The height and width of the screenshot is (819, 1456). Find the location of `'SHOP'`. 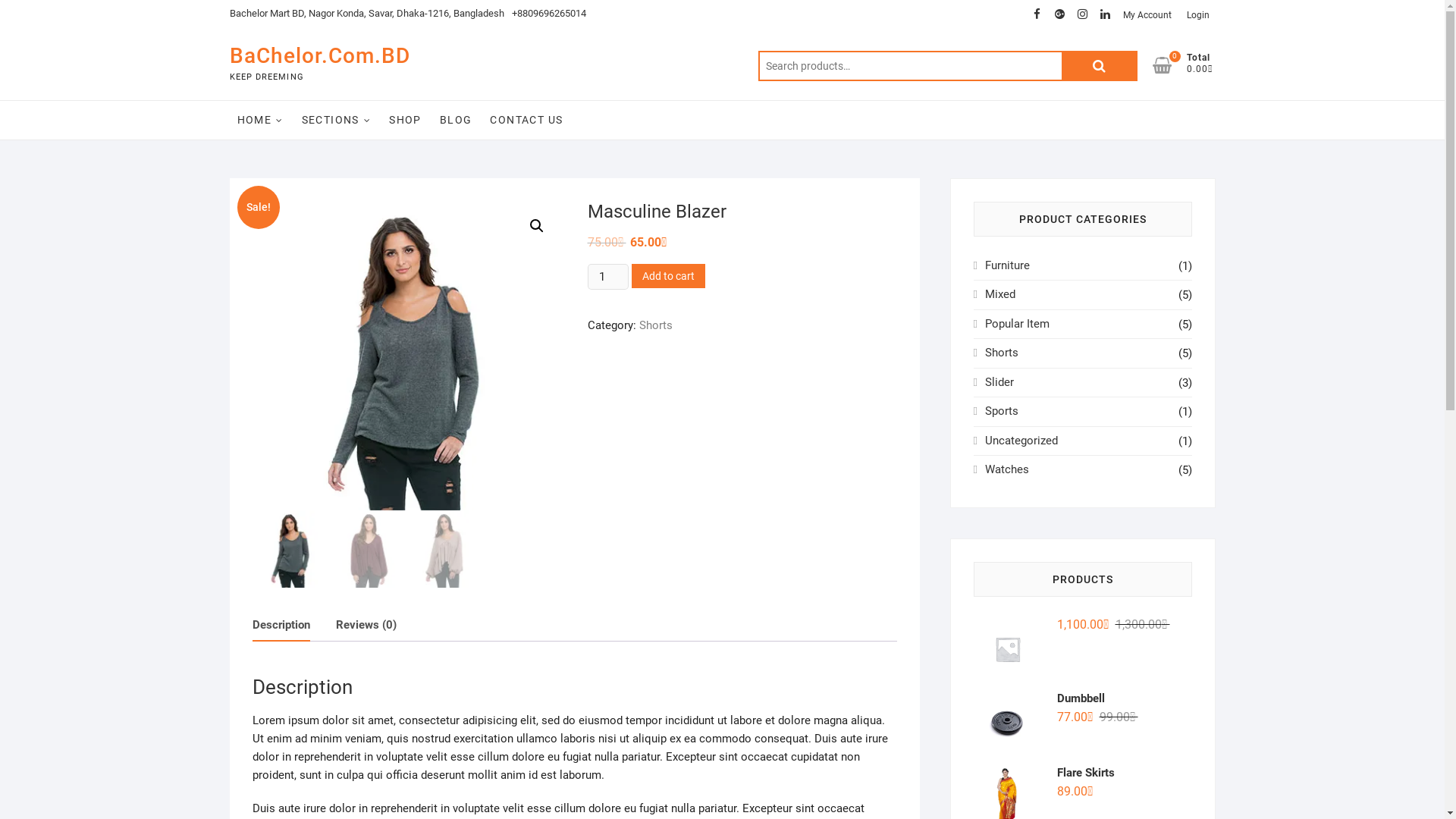

'SHOP' is located at coordinates (405, 119).